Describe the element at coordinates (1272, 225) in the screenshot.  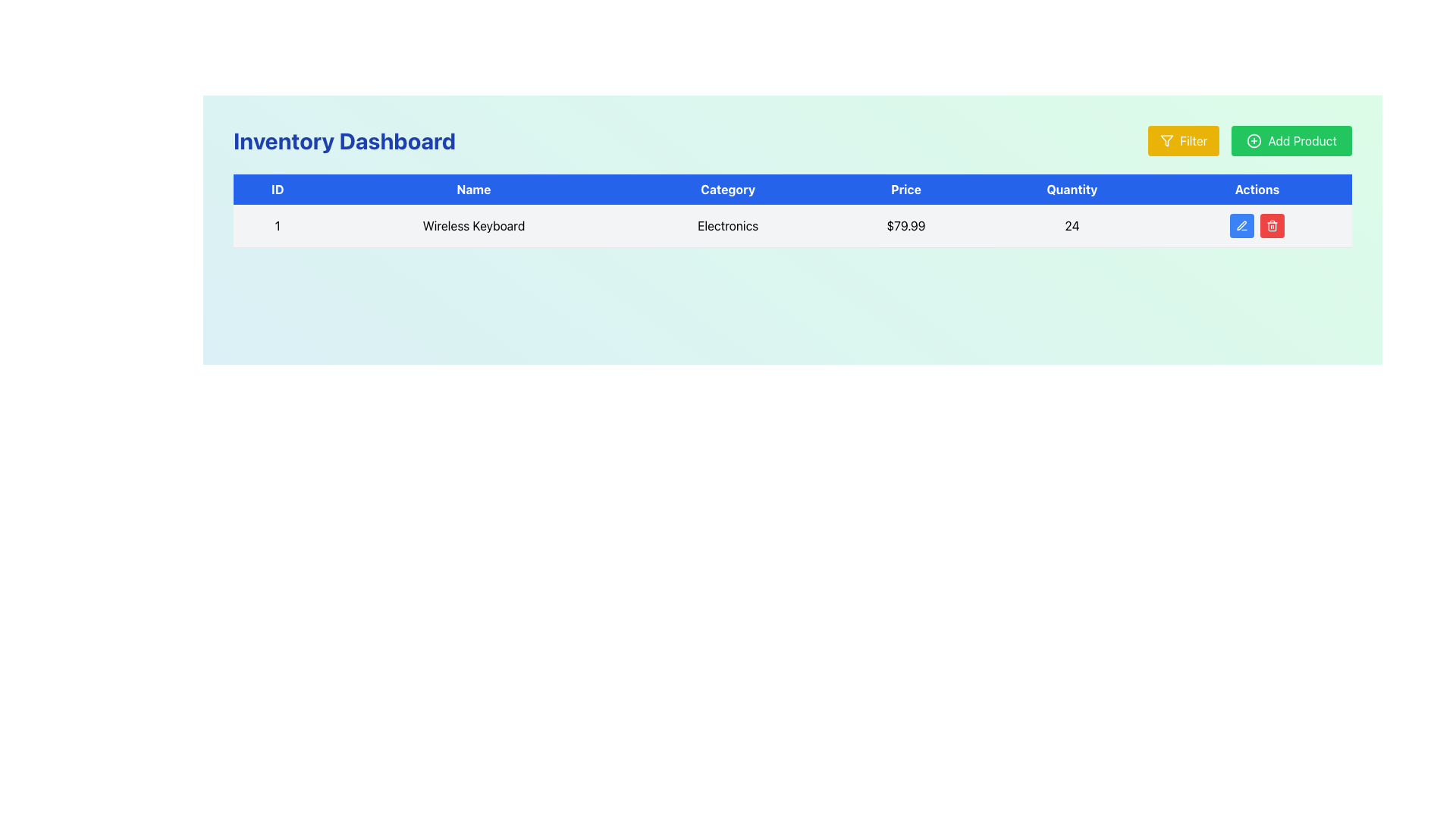
I see `the delete icon button located in the 'Actions' column for the inventory item 'Wireless Keyboard' to initiate a delete action` at that location.